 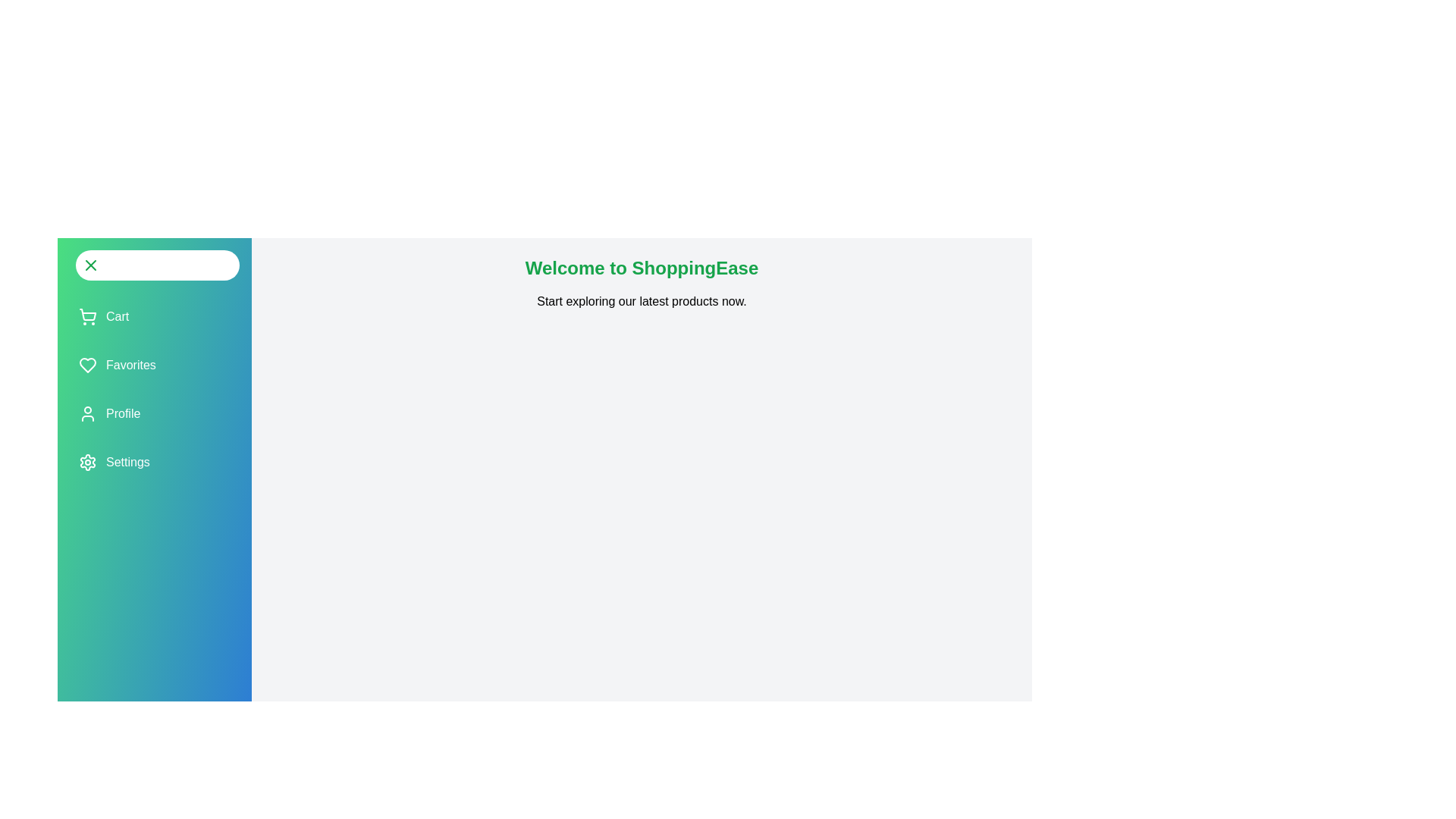 I want to click on the 'Cart' button to navigate to the 'Cart' section, so click(x=103, y=315).